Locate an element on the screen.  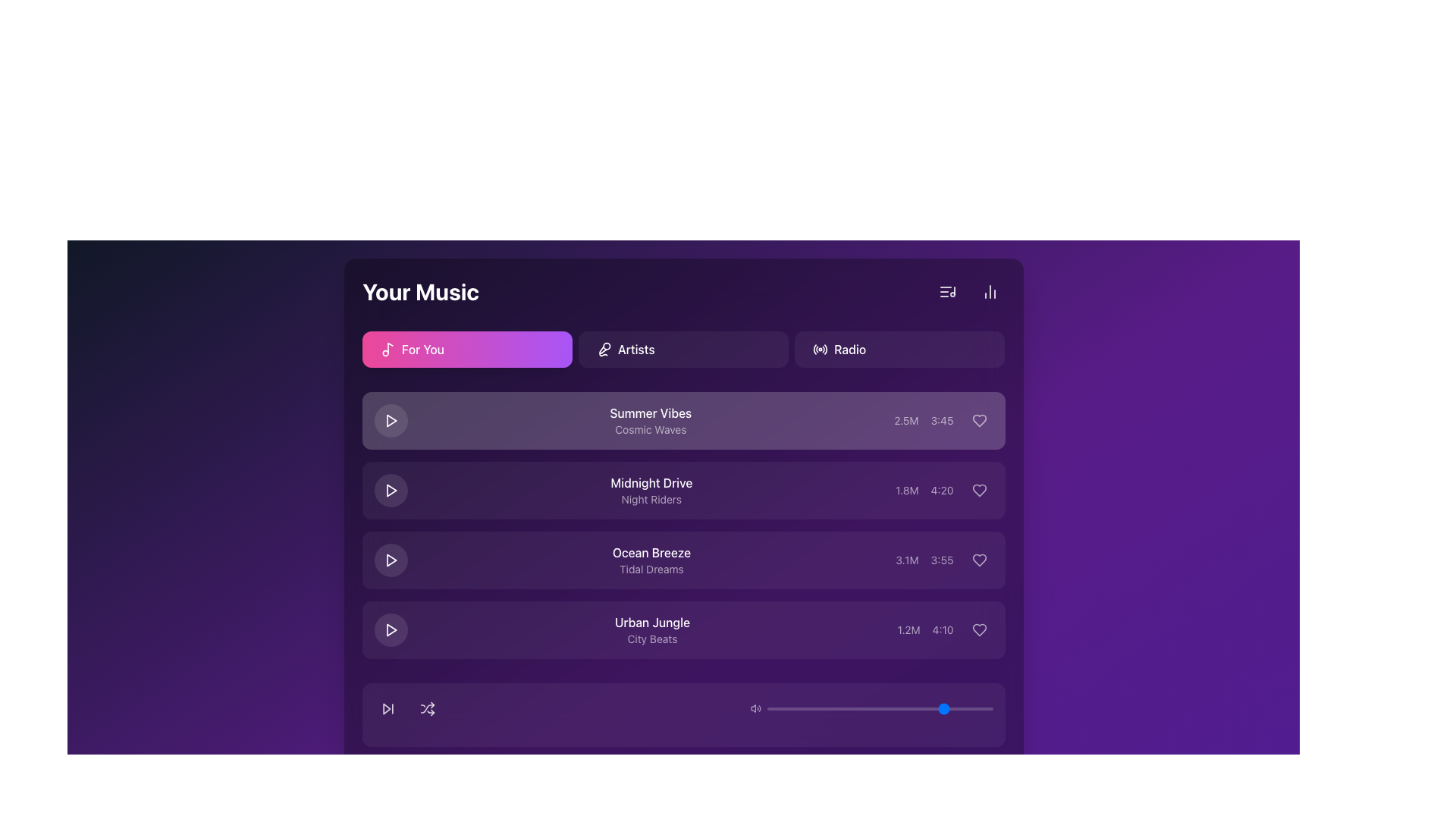
the Text Display in the top-right corner of the first list item titled 'Summer Vibes' is located at coordinates (943, 421).